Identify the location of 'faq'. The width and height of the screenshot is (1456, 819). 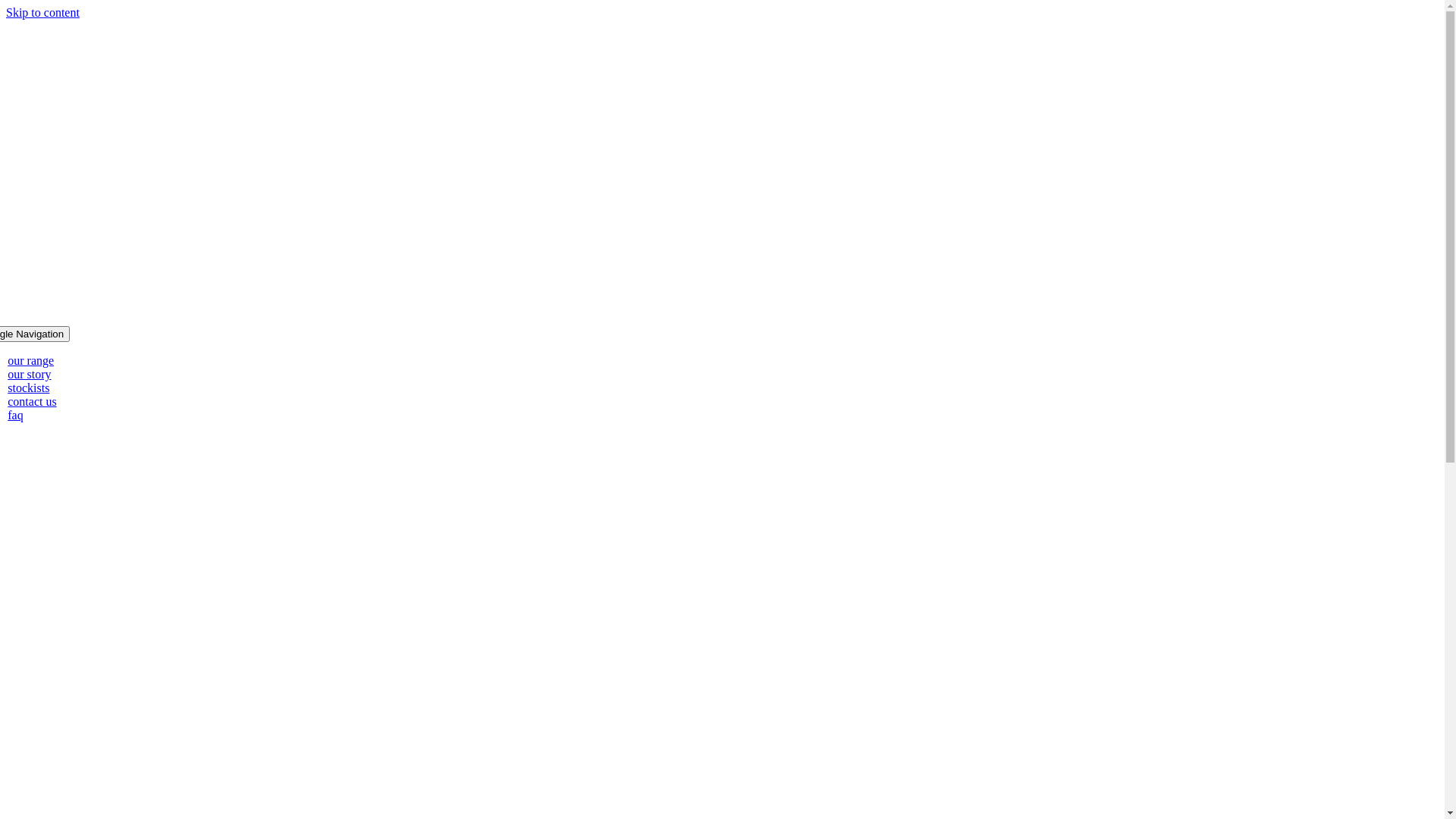
(14, 415).